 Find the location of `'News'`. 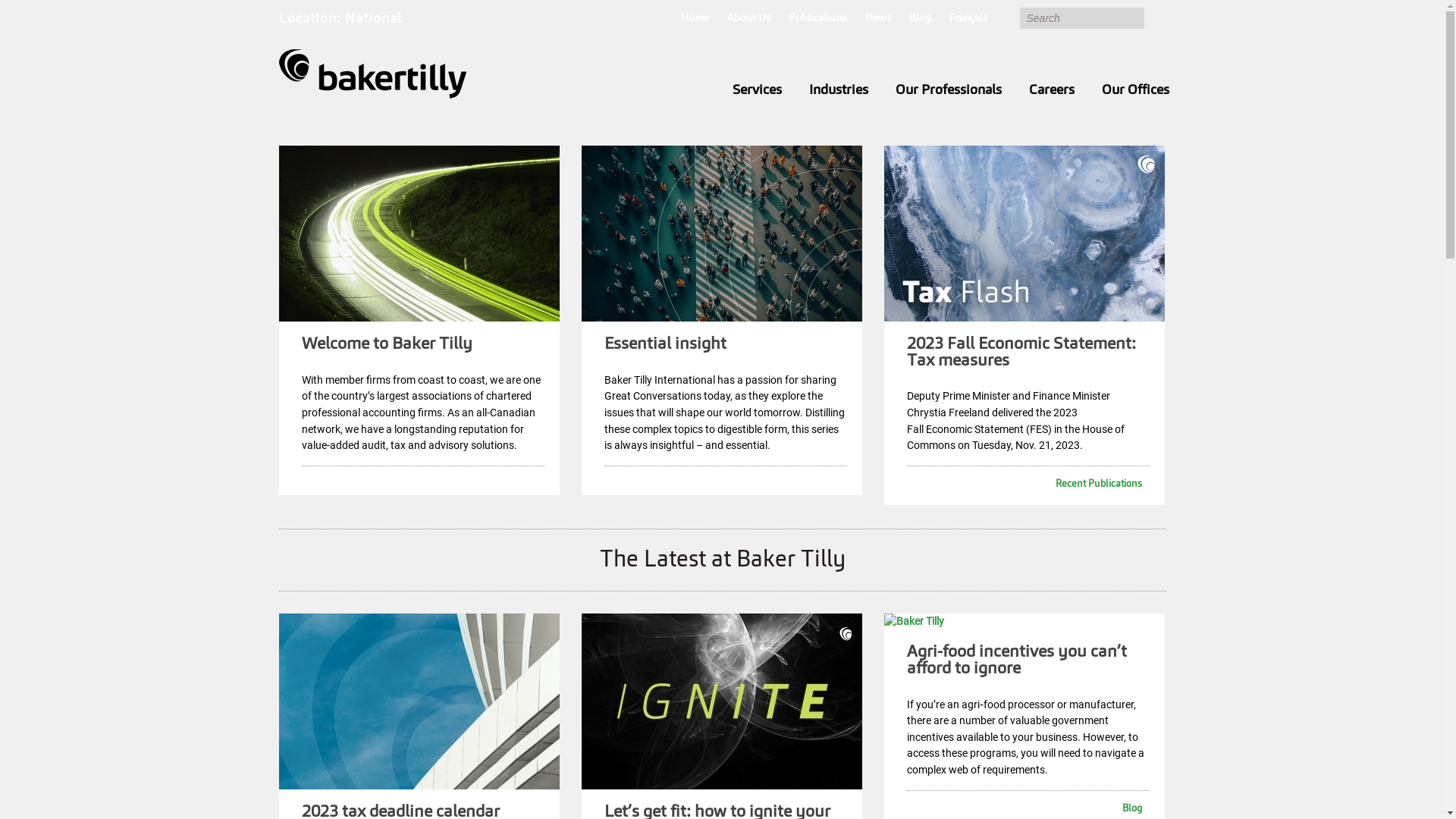

'News' is located at coordinates (877, 19).